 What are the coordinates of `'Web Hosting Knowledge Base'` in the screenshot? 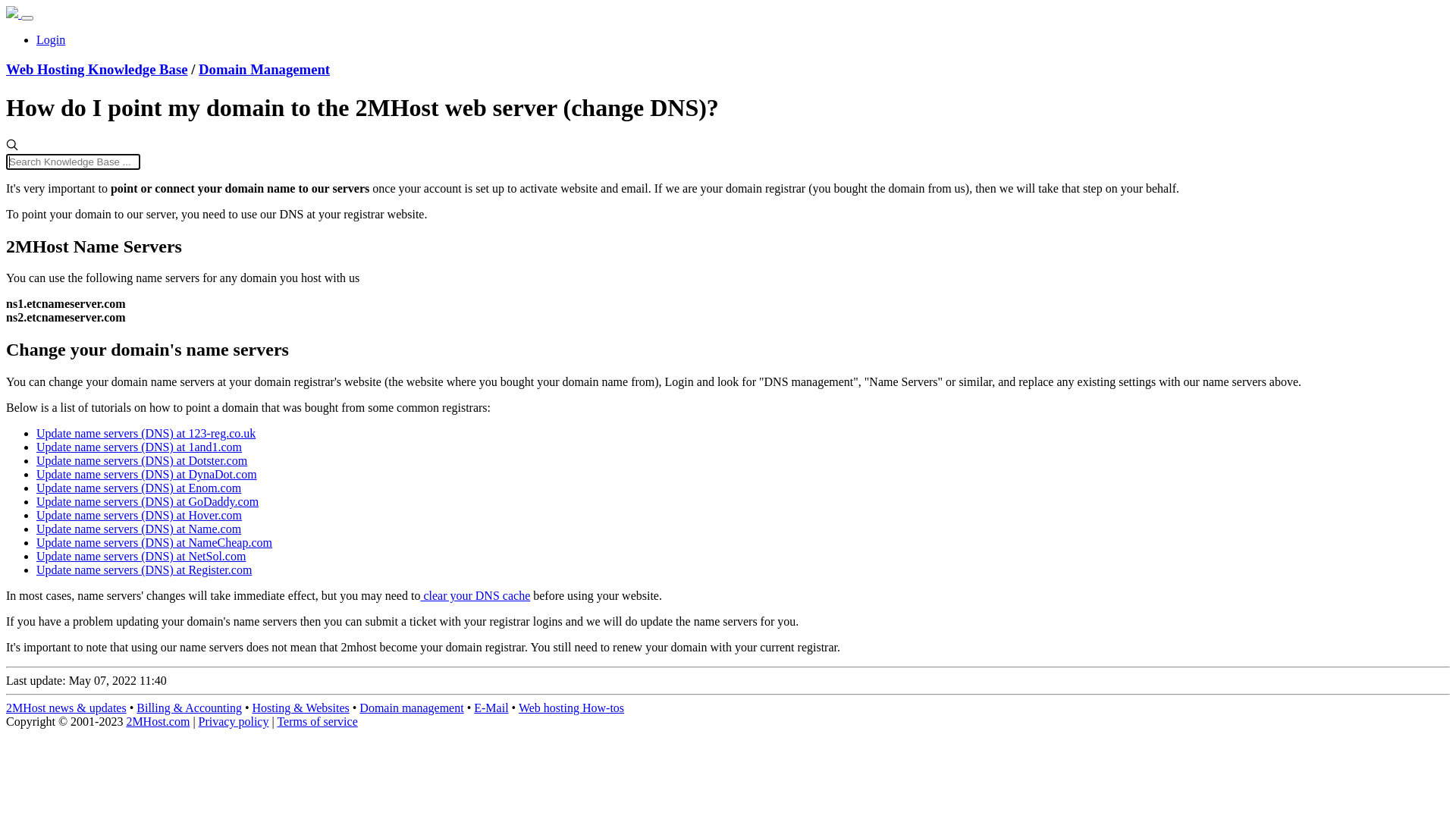 It's located at (96, 69).